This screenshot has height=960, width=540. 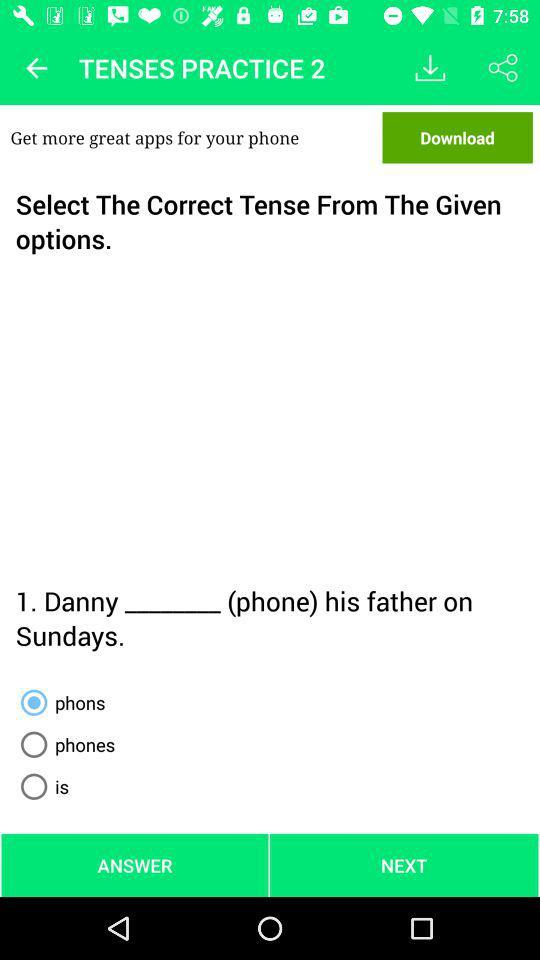 I want to click on the phons radio button, so click(x=59, y=702).